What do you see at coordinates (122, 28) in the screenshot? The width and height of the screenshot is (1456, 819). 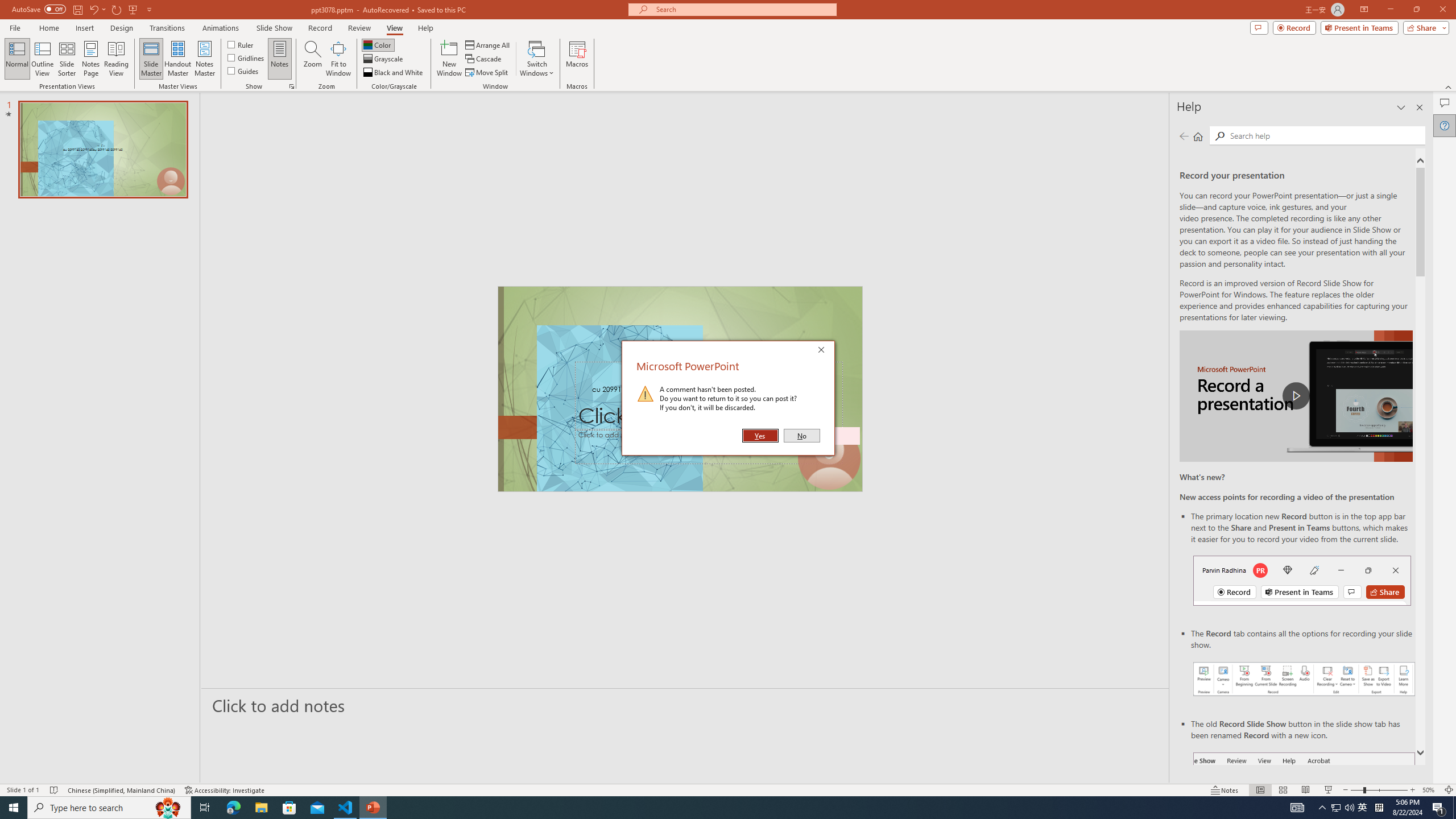 I see `'Design'` at bounding box center [122, 28].